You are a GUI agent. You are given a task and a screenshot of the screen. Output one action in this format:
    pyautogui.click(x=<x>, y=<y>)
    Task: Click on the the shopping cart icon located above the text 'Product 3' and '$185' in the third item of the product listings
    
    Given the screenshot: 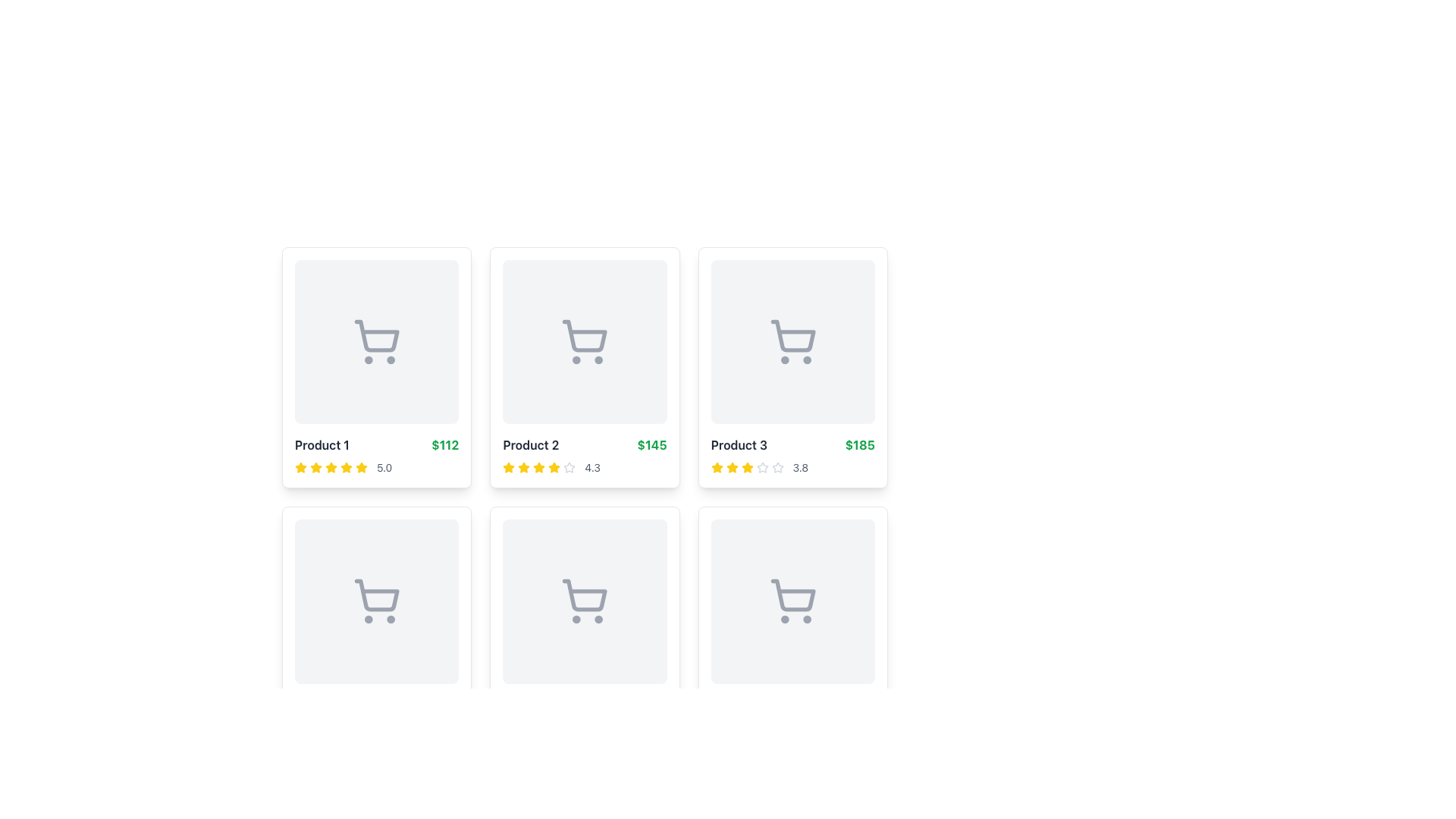 What is the action you would take?
    pyautogui.click(x=792, y=335)
    